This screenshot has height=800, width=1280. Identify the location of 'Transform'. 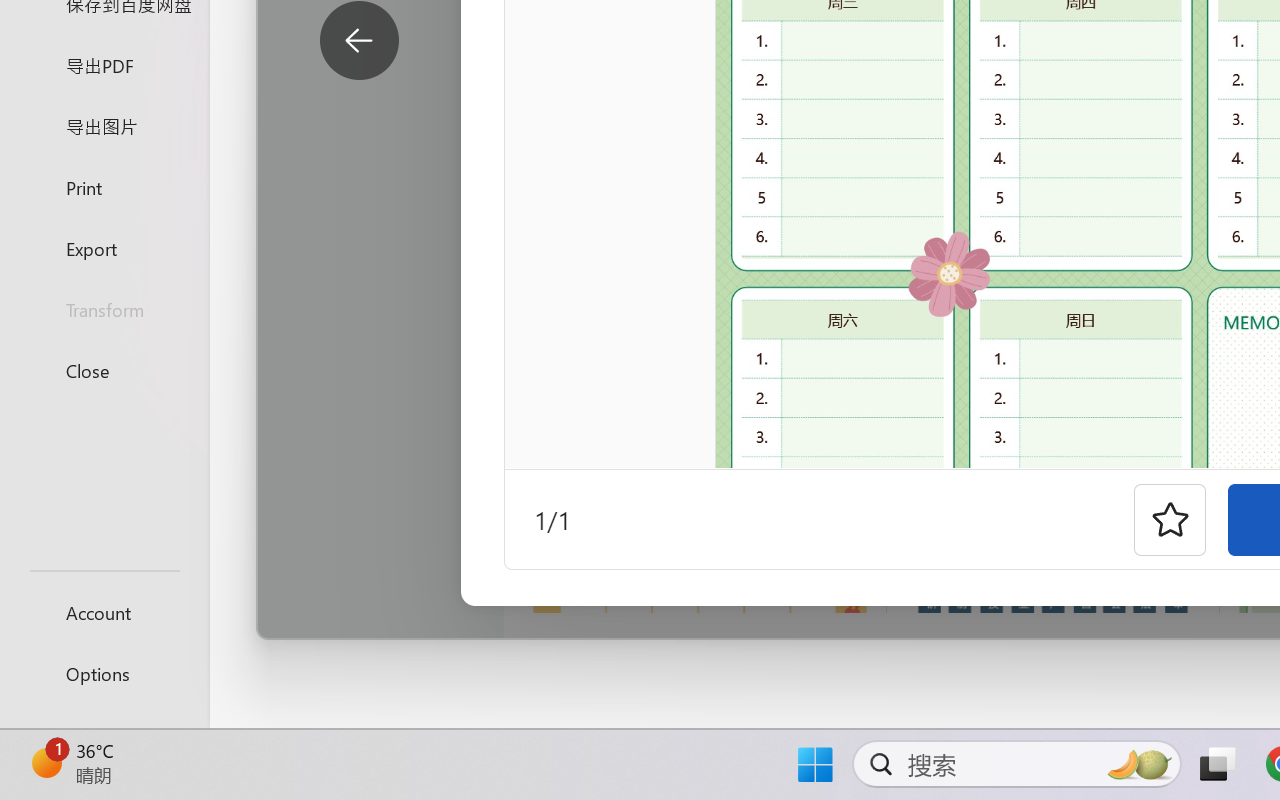
(103, 308).